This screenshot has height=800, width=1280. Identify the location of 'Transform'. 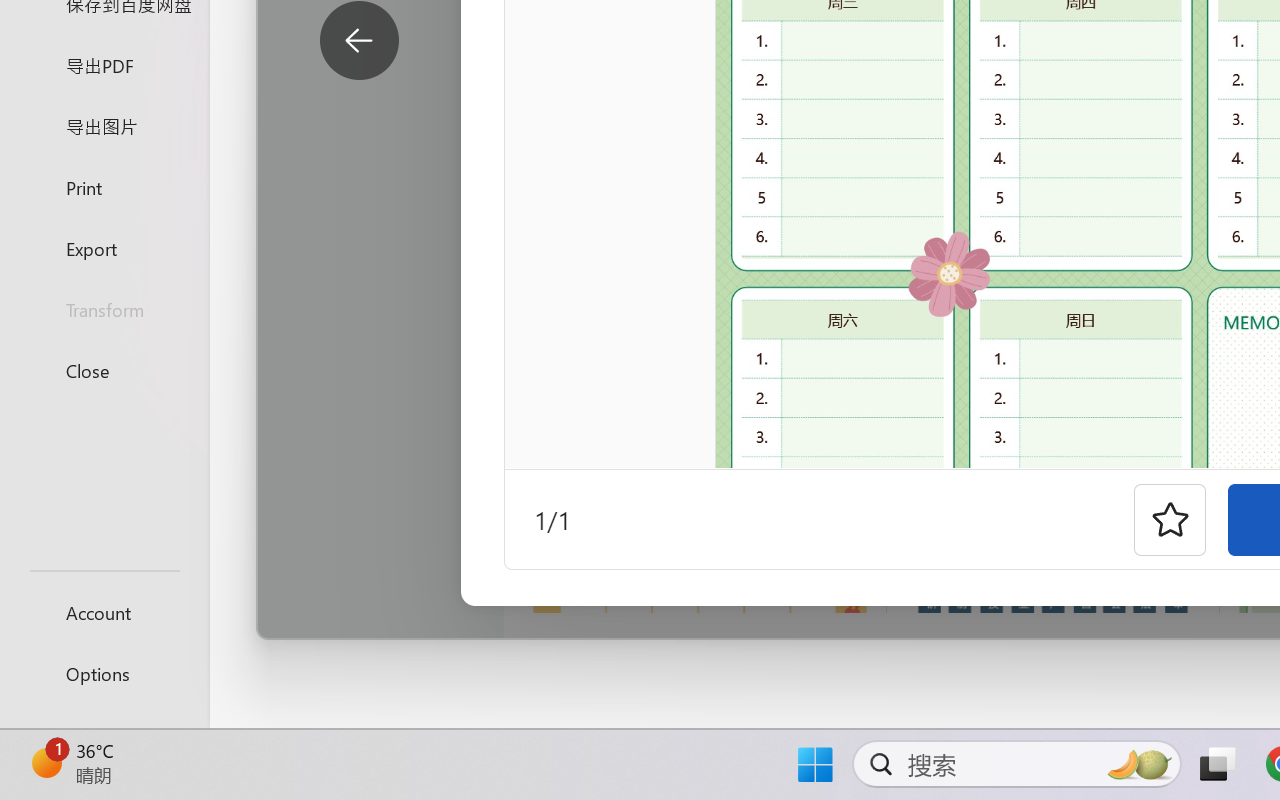
(103, 308).